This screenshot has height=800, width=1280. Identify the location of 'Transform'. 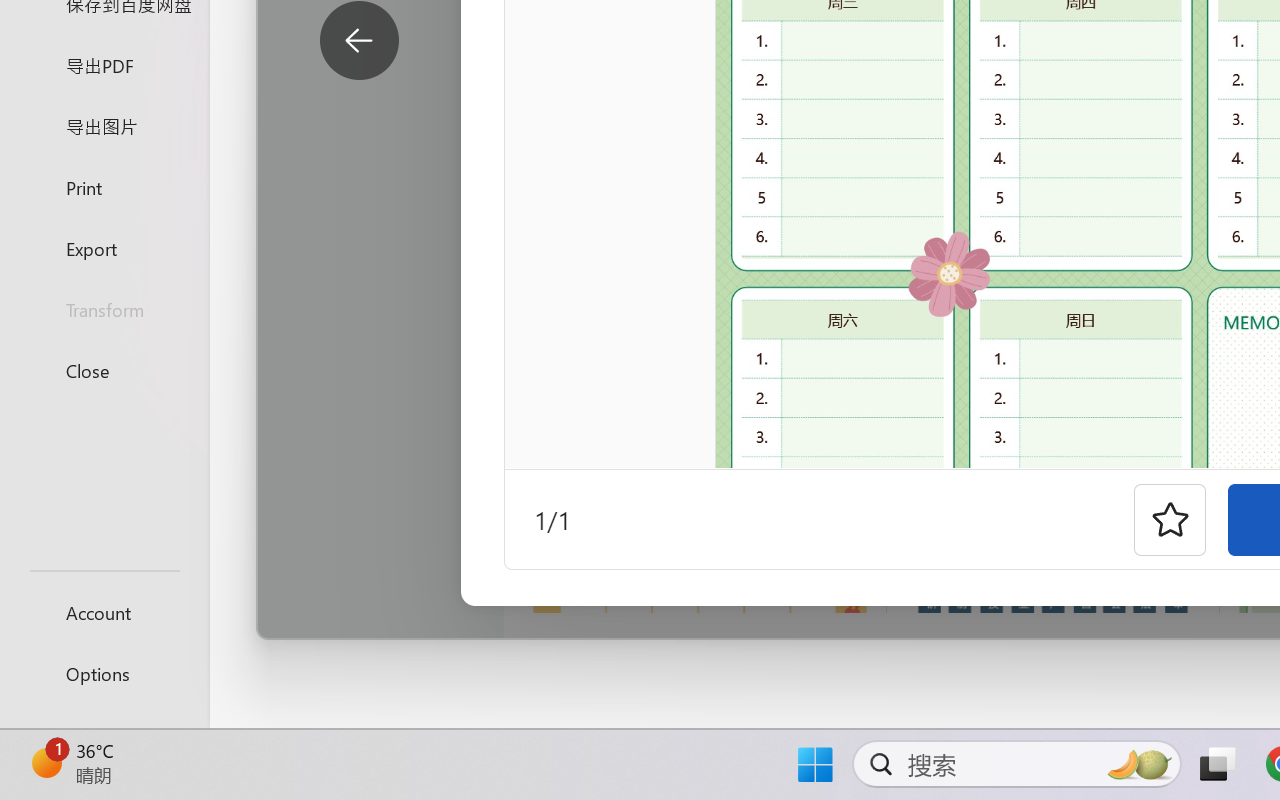
(103, 308).